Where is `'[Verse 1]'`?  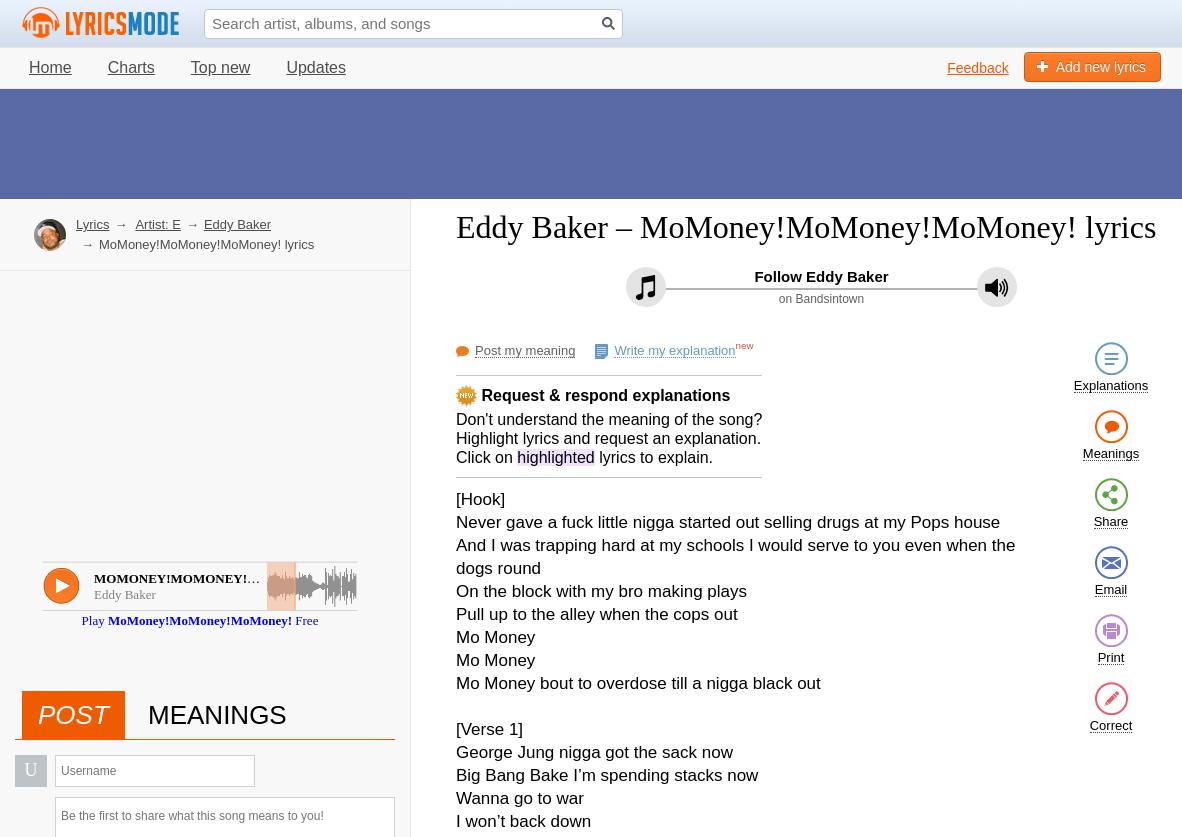
'[Verse 1]' is located at coordinates (488, 728).